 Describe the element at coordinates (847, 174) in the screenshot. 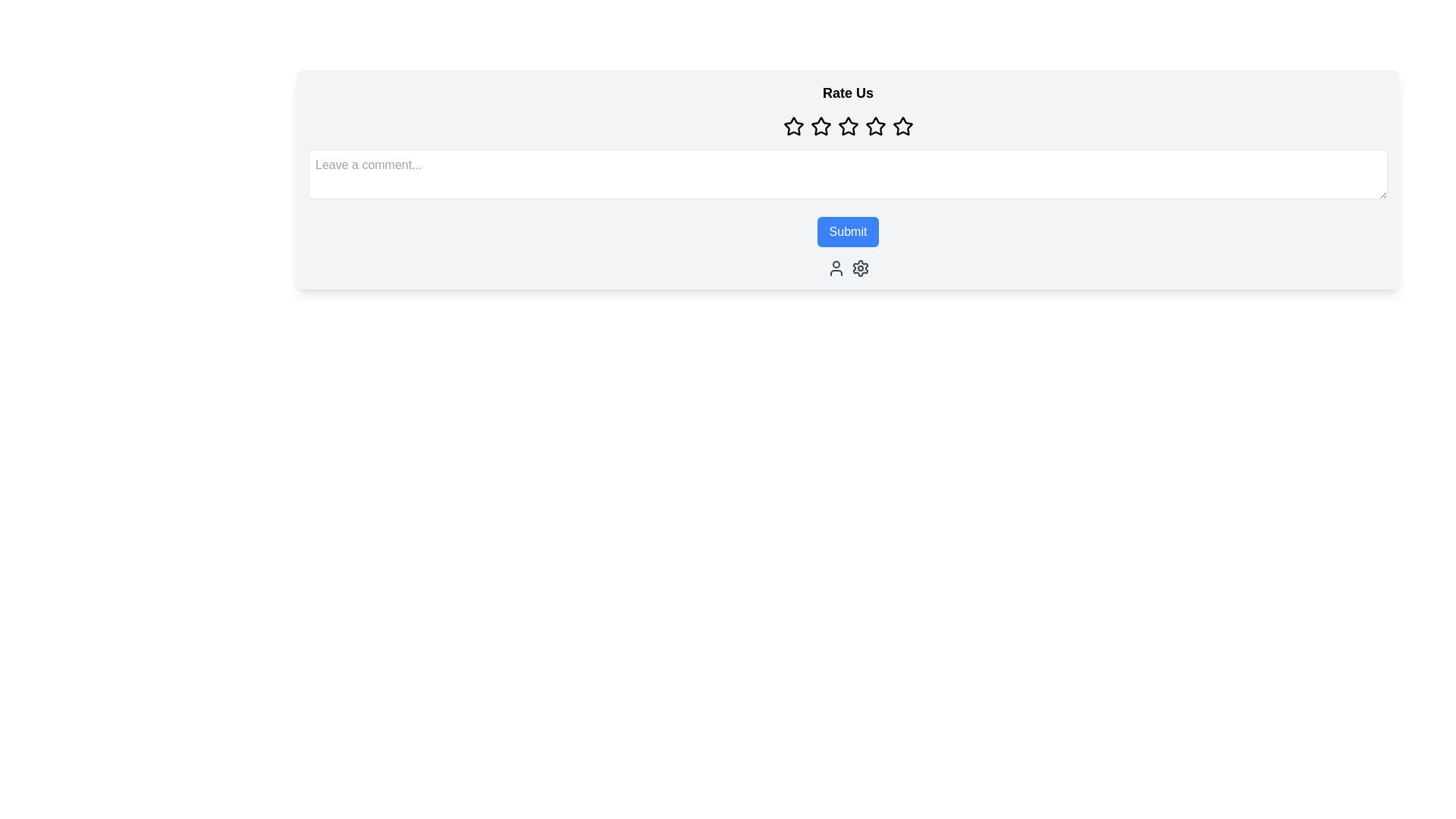

I see `the text input field below the 'Rate Us' title and above the 'Submit' button` at that location.